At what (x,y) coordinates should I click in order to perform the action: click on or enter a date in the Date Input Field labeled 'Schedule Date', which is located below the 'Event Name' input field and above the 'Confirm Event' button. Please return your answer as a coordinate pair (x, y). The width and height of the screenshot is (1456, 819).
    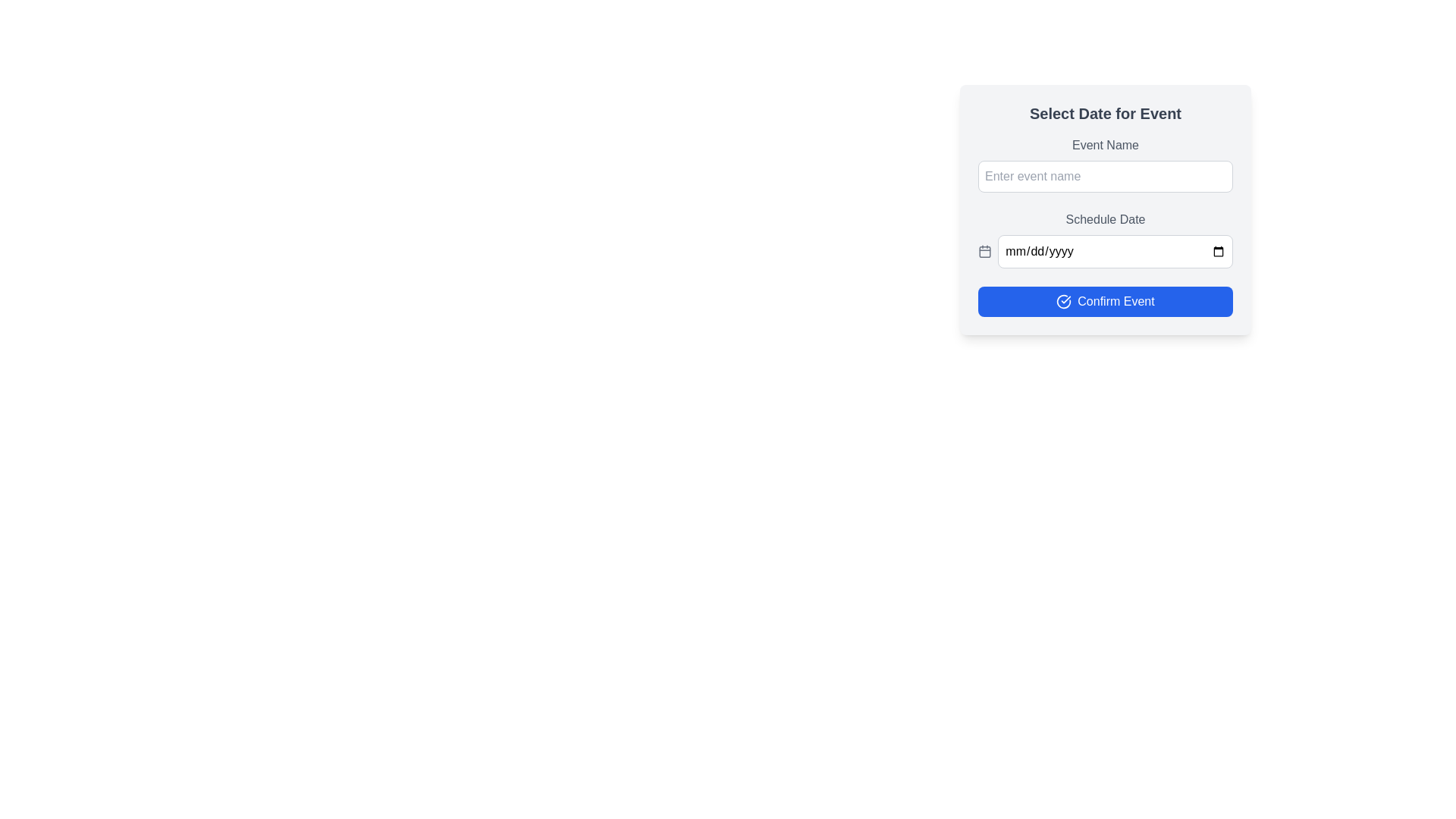
    Looking at the image, I should click on (1106, 239).